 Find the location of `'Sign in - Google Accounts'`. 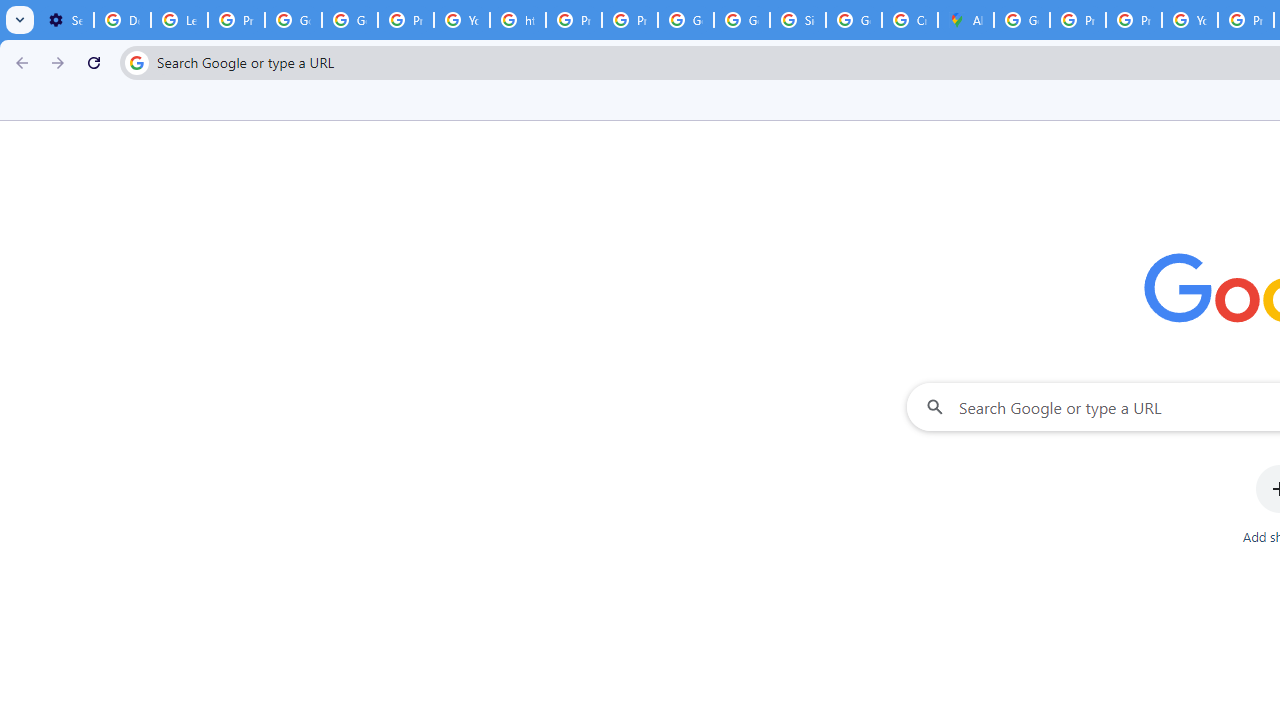

'Sign in - Google Accounts' is located at coordinates (797, 20).